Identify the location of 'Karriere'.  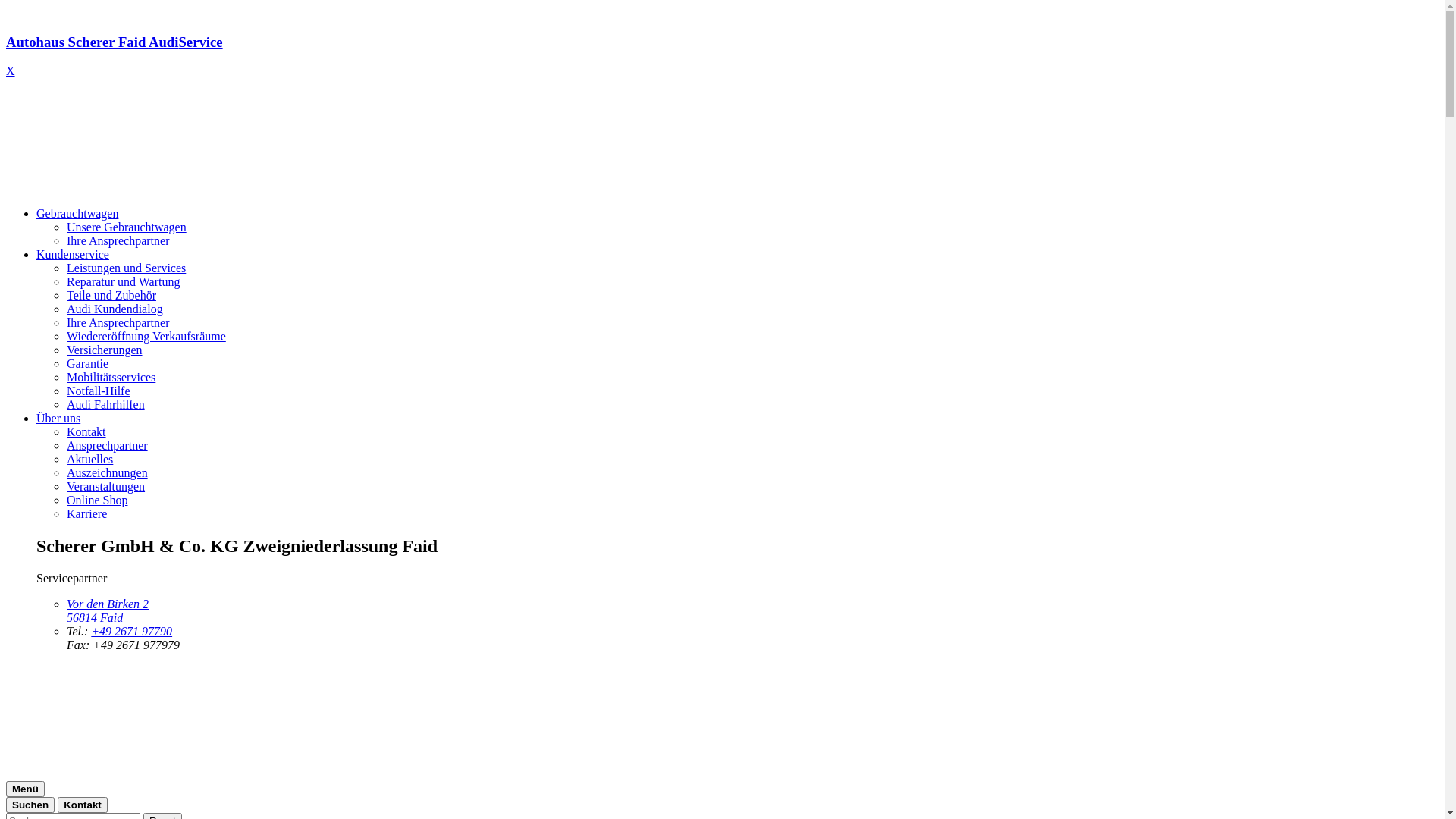
(86, 513).